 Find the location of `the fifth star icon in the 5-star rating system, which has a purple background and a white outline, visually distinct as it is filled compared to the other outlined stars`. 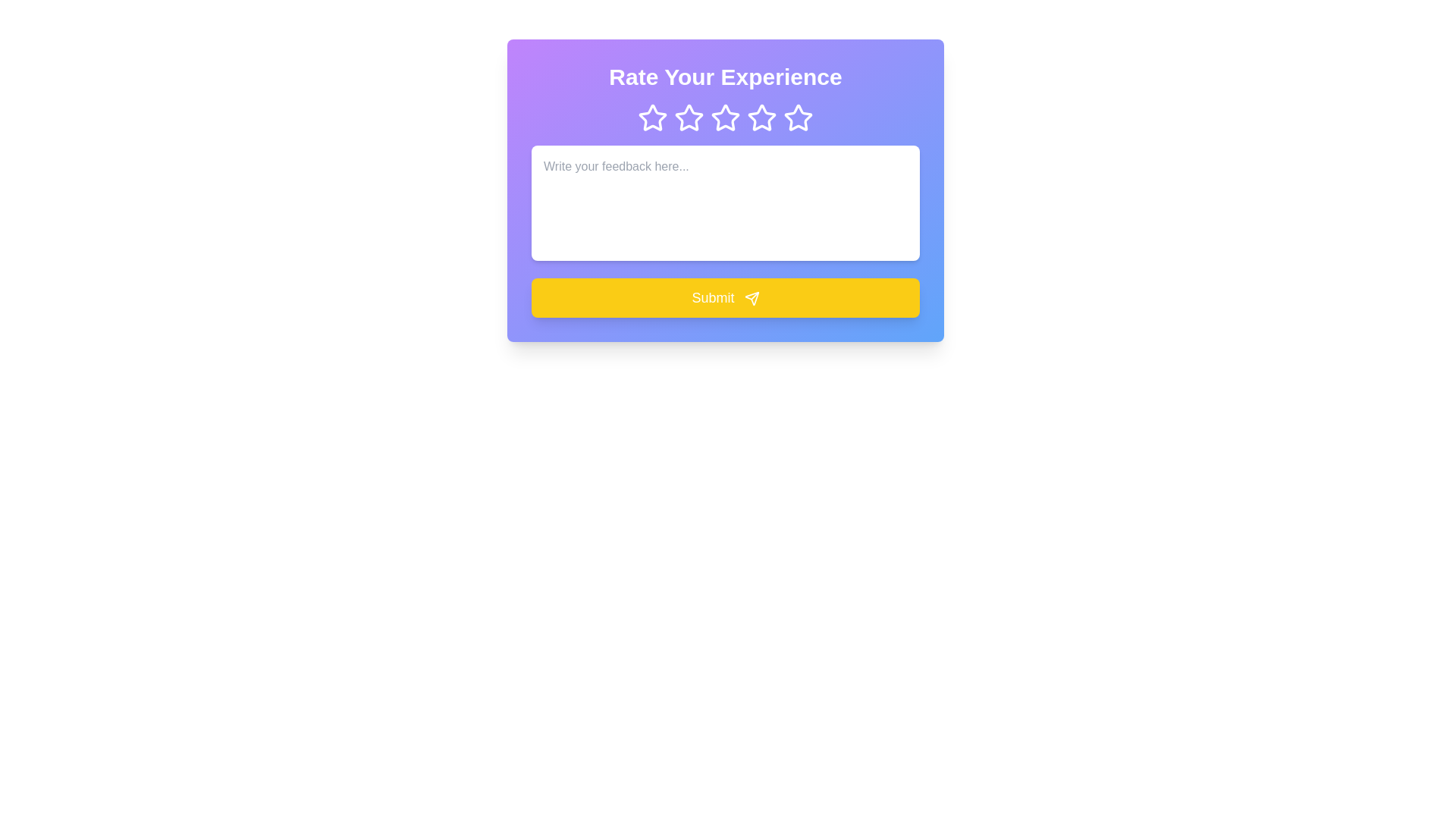

the fifth star icon in the 5-star rating system, which has a purple background and a white outline, visually distinct as it is filled compared to the other outlined stars is located at coordinates (797, 117).